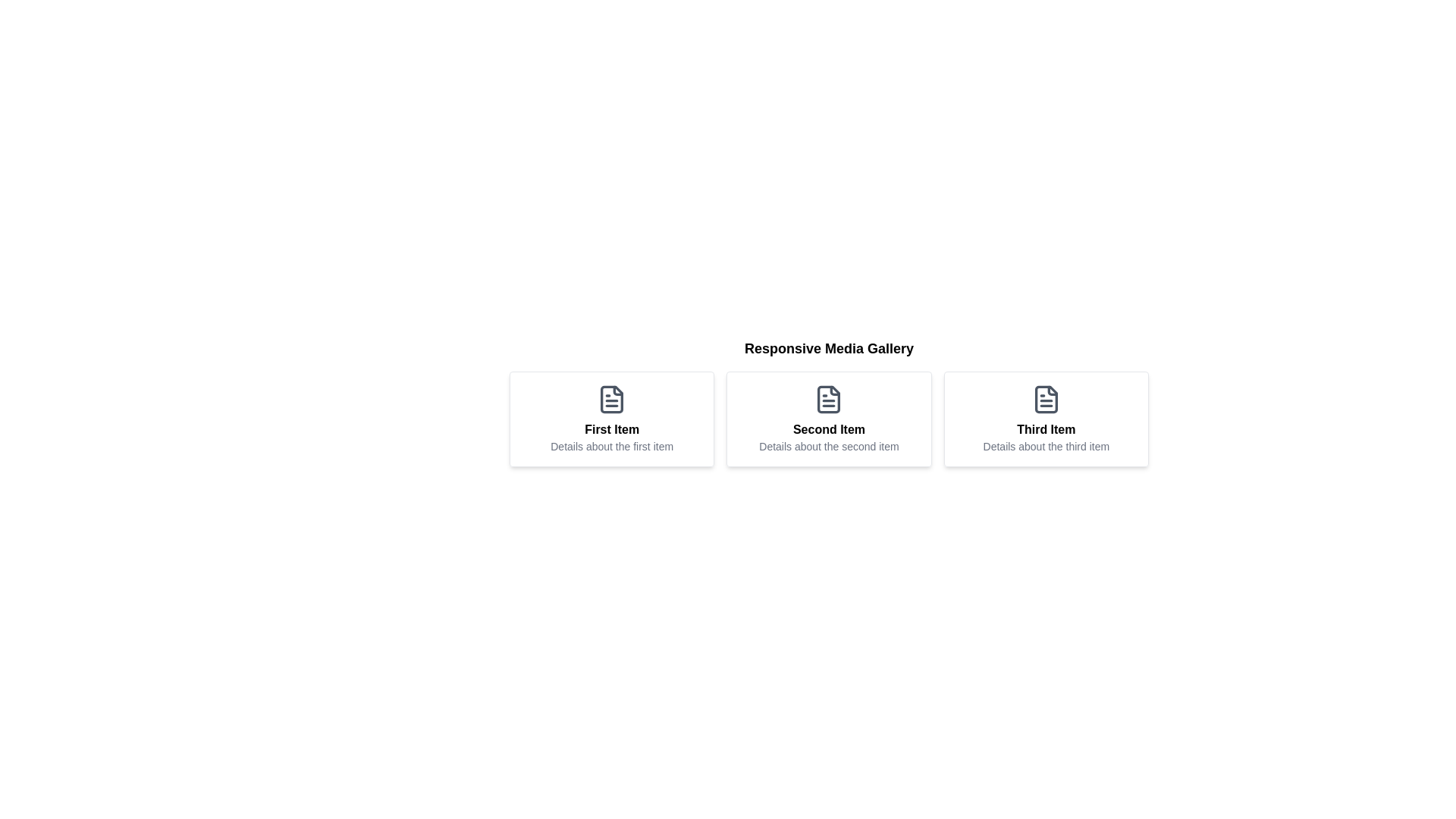 The height and width of the screenshot is (819, 1456). What do you see at coordinates (1045, 399) in the screenshot?
I see `the SVG icon resembling a document with three horizontal lines, located at the center top of the card titled 'Third Item'` at bounding box center [1045, 399].